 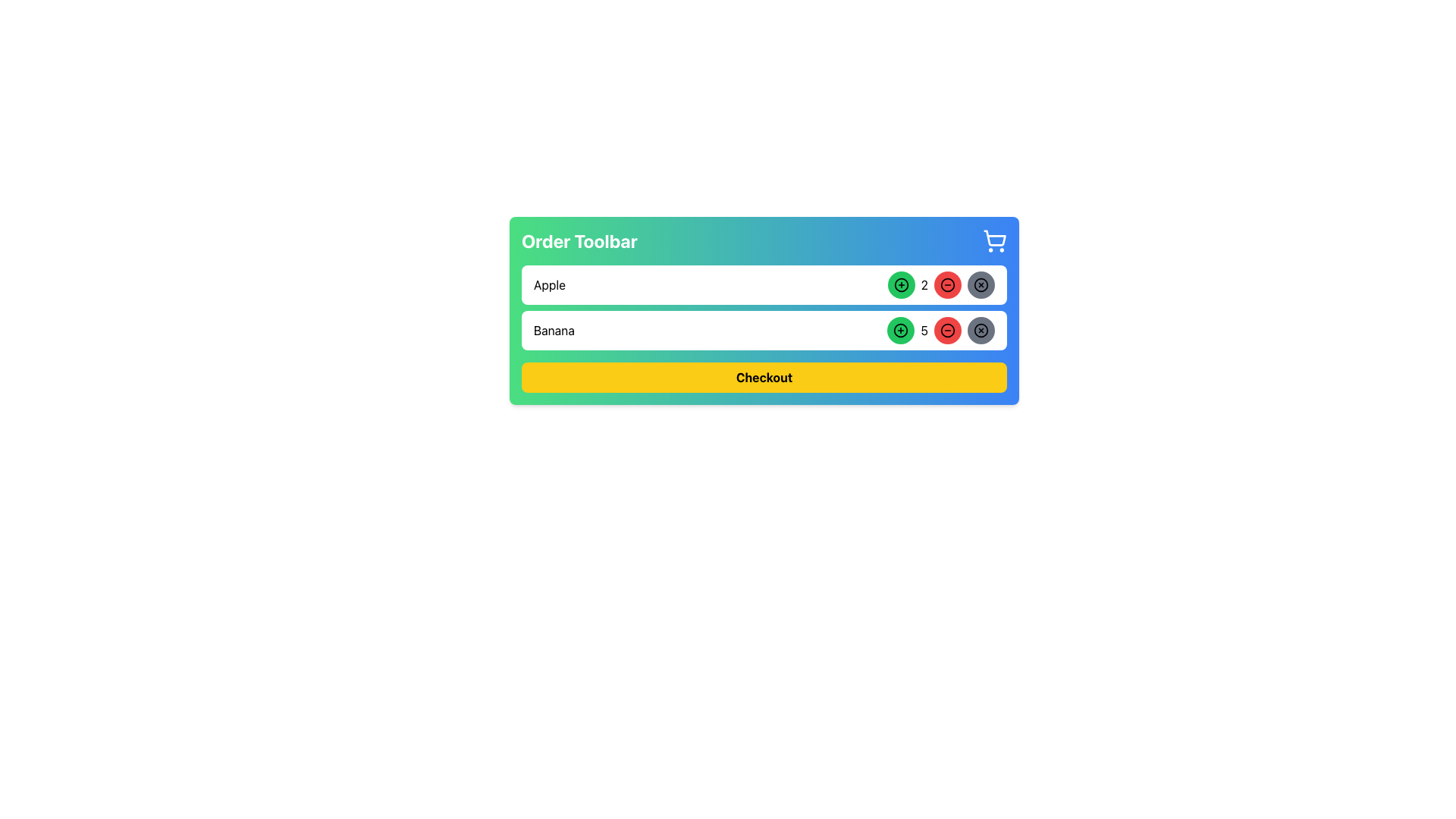 I want to click on the second item in the interactive list under the 'Order Toolbar' heading, so click(x=764, y=307).